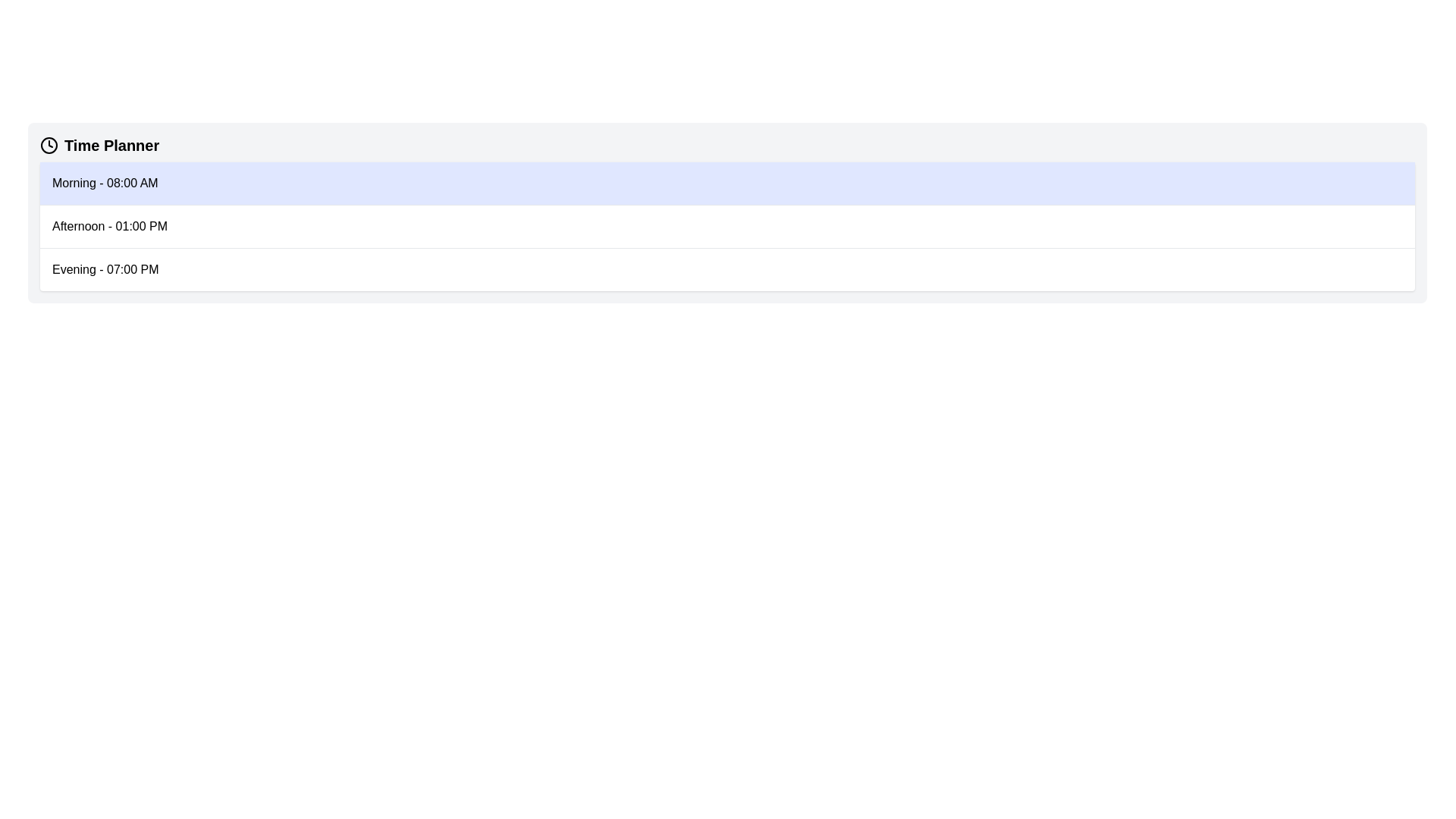  Describe the element at coordinates (49, 146) in the screenshot. I see `the SVG Circle element that forms part of the clock design in the top-left corner of the interface` at that location.